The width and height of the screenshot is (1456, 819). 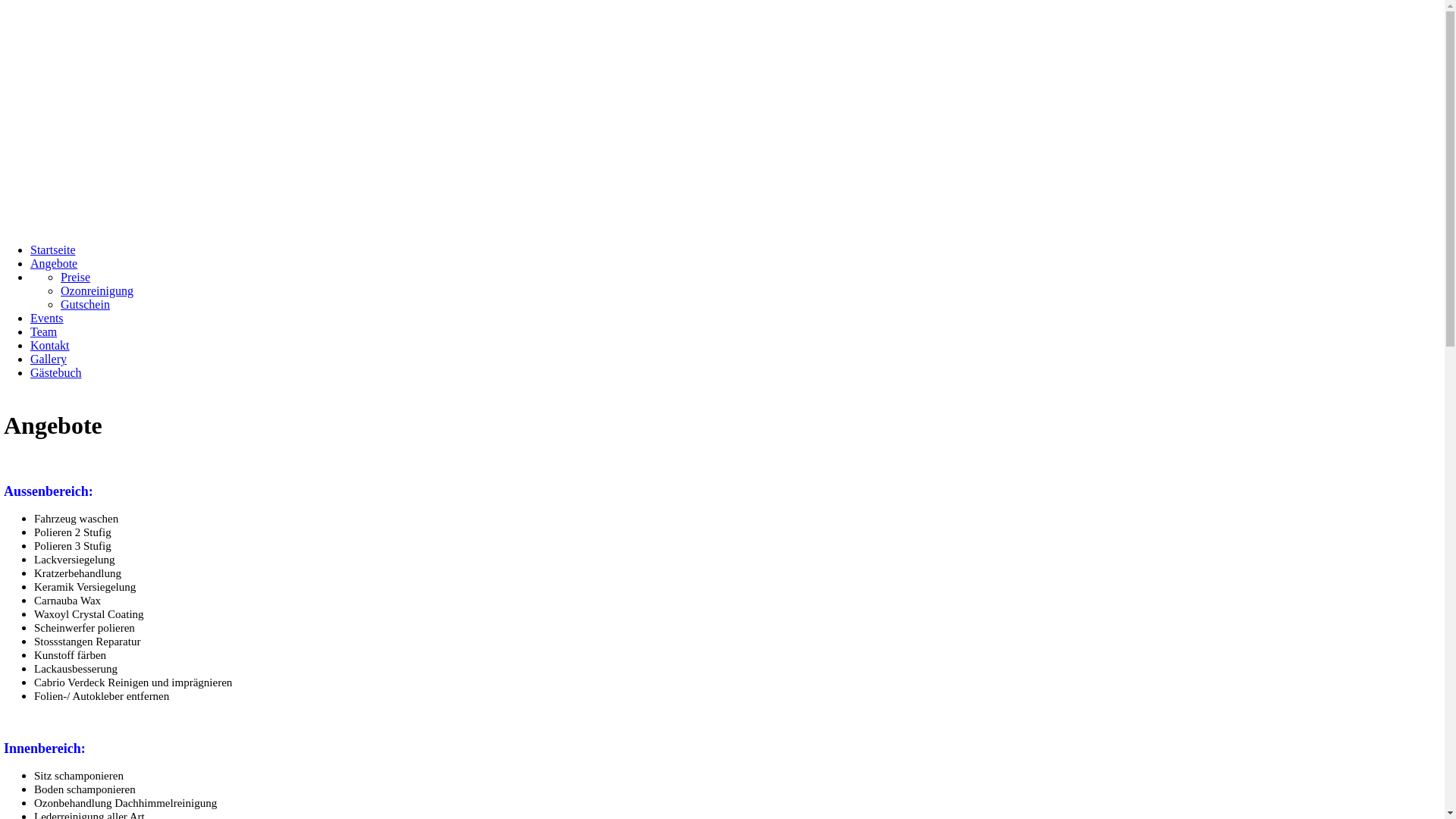 What do you see at coordinates (50, 345) in the screenshot?
I see `'Kontakt'` at bounding box center [50, 345].